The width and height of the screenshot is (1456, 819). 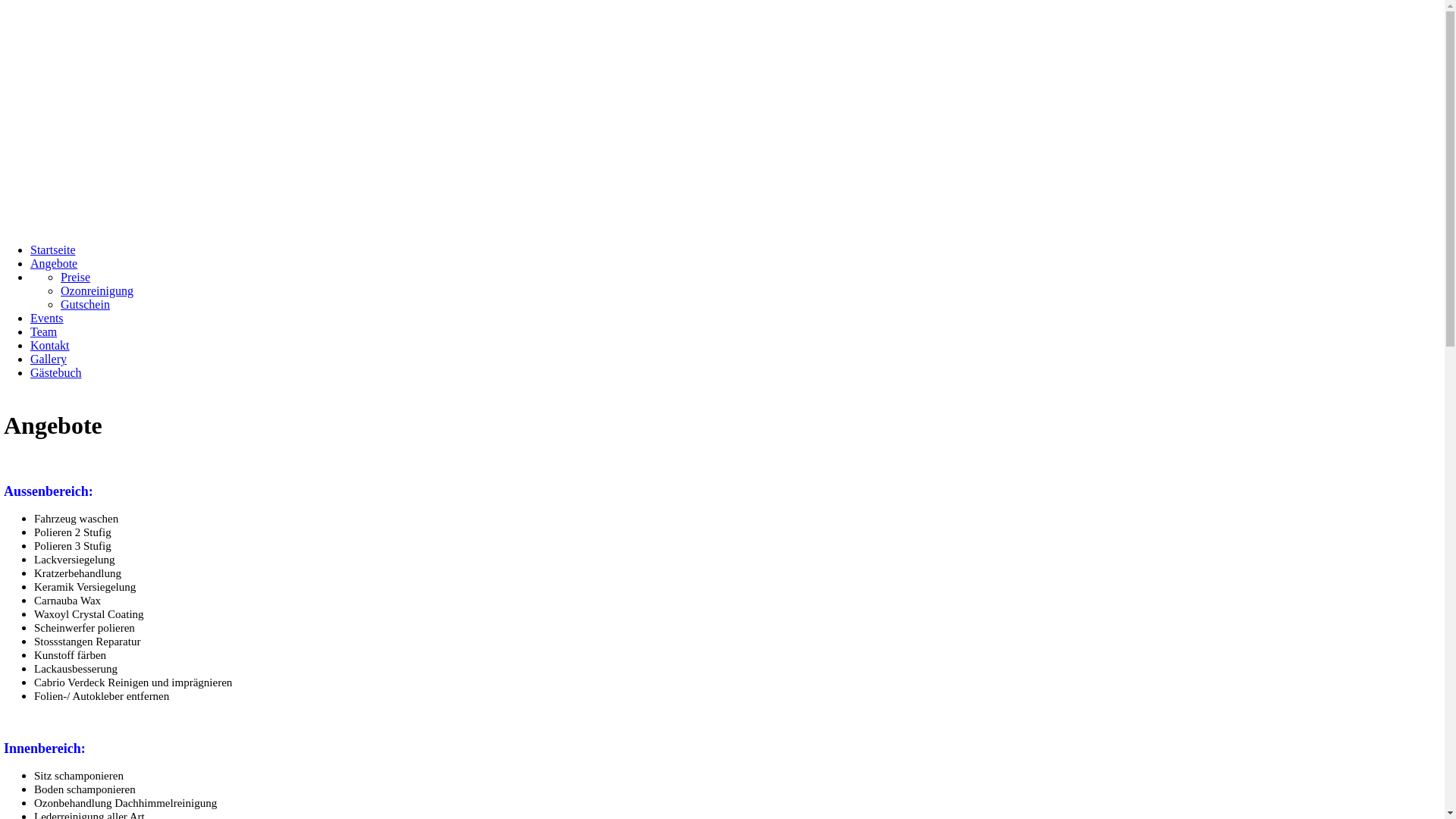 What do you see at coordinates (50, 345) in the screenshot?
I see `'Kontakt'` at bounding box center [50, 345].